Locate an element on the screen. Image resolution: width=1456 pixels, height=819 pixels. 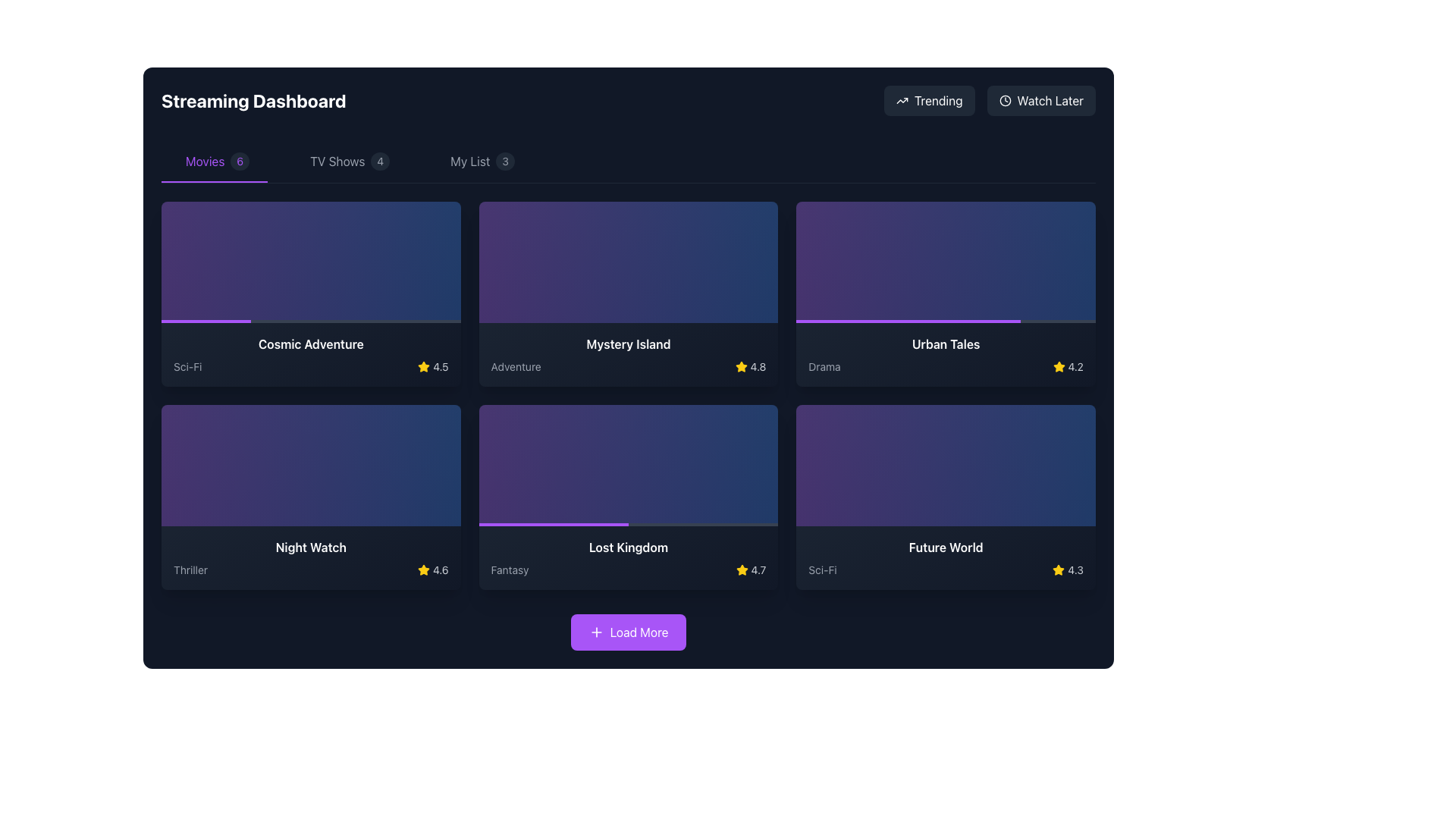
the Informational content card featuring 'Urban Tales' and 'Drama 4.2', located in the rightmost column of the top row in the 'Movies' section is located at coordinates (945, 294).